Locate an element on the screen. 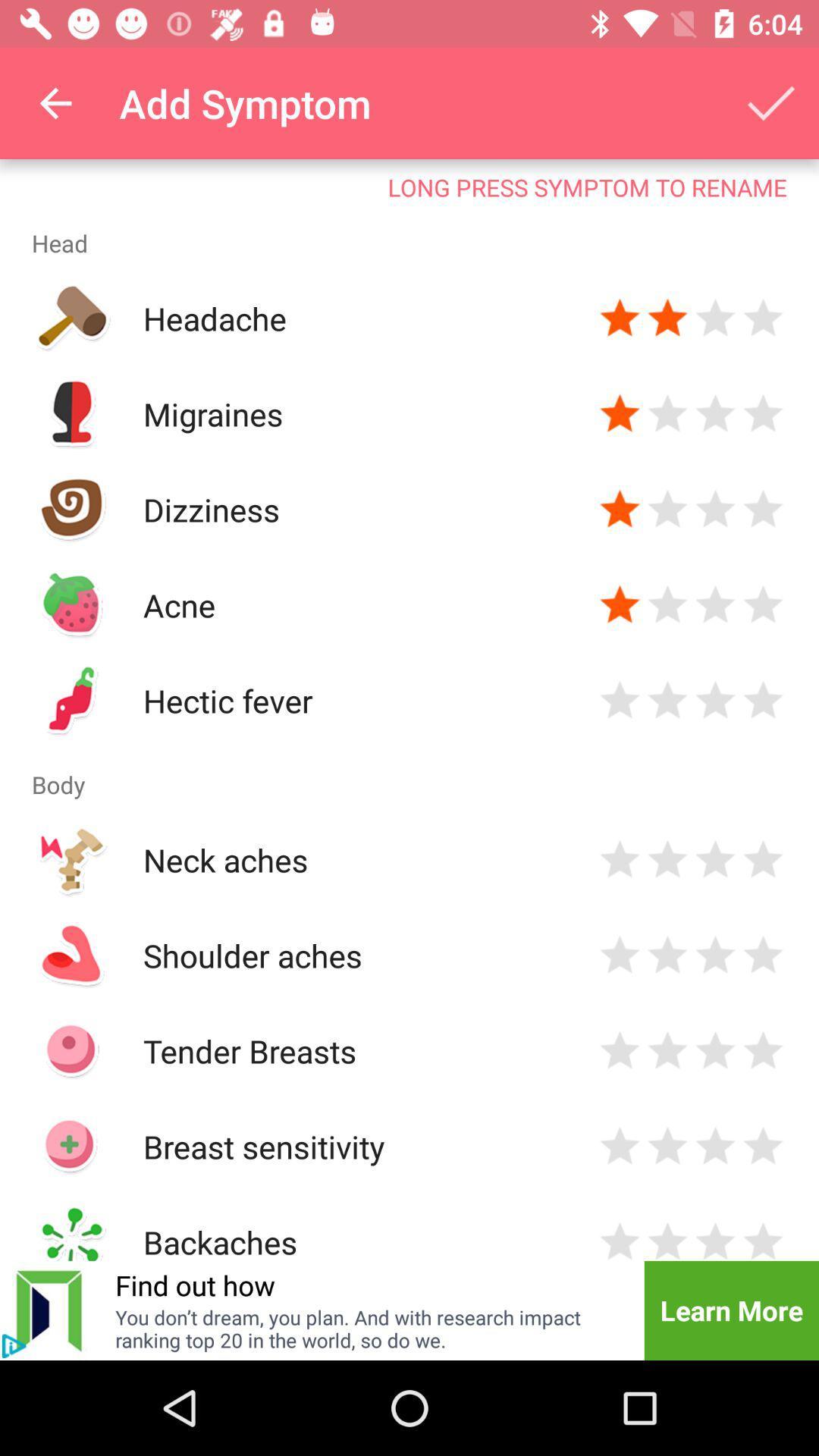 This screenshot has height=1456, width=819. the item above the long press symptom is located at coordinates (771, 102).